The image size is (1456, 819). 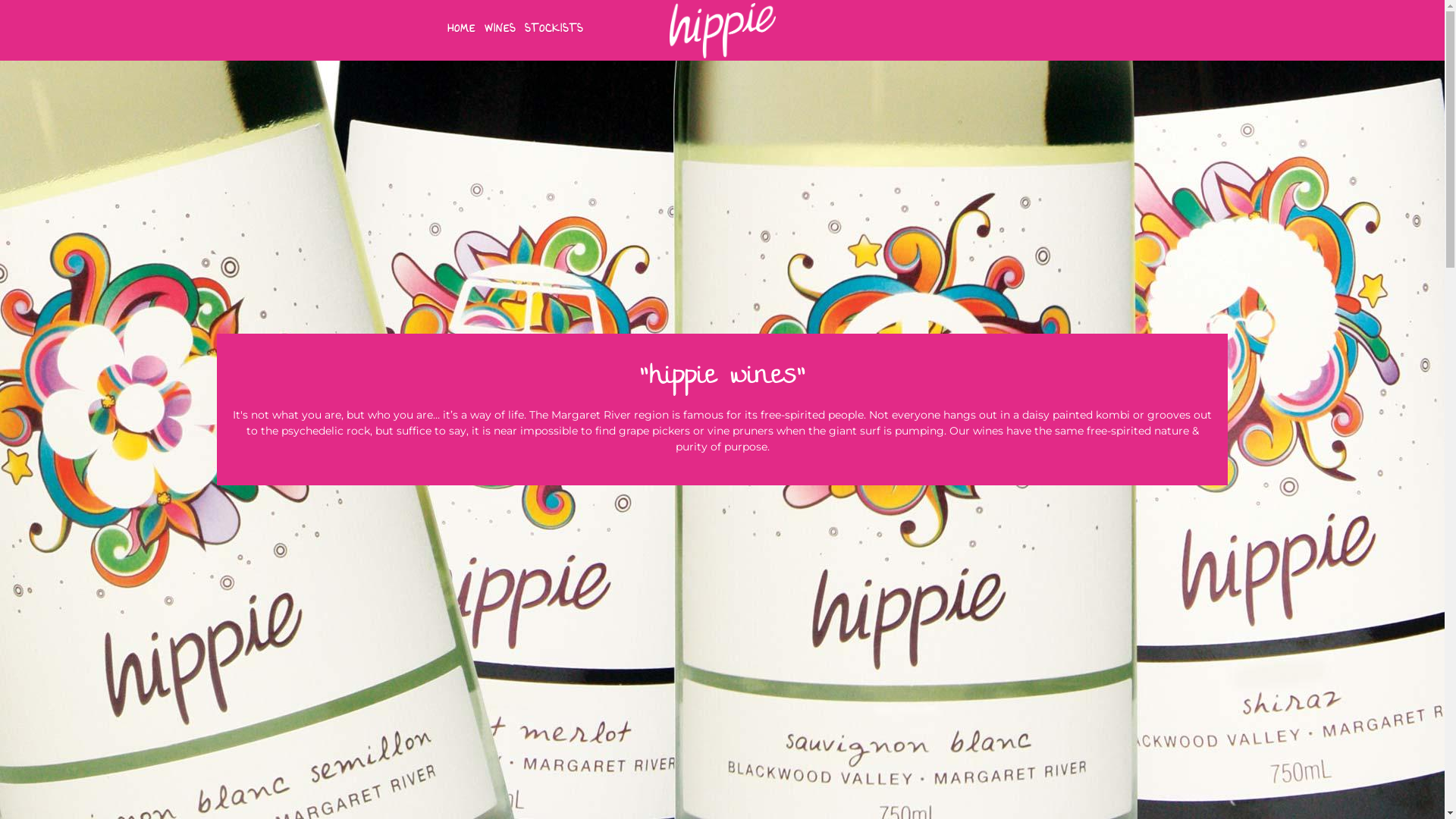 What do you see at coordinates (500, 29) in the screenshot?
I see `'WINES'` at bounding box center [500, 29].